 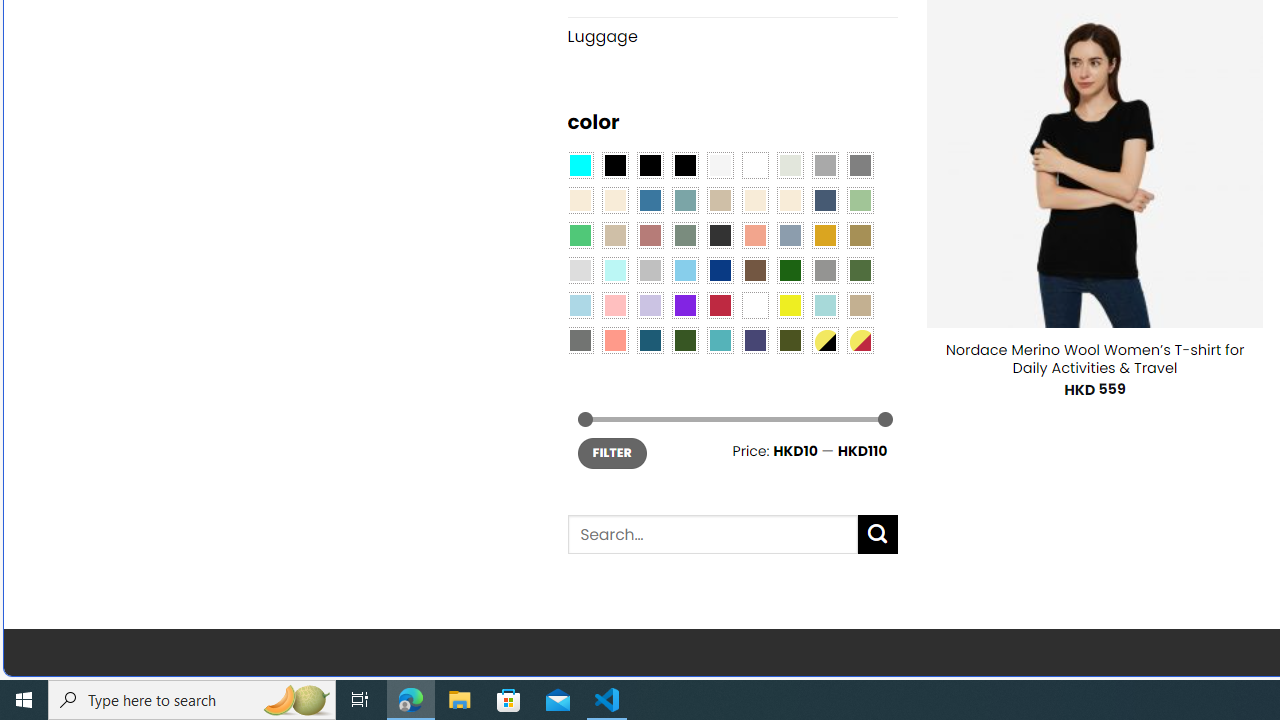 What do you see at coordinates (754, 233) in the screenshot?
I see `'Coral'` at bounding box center [754, 233].